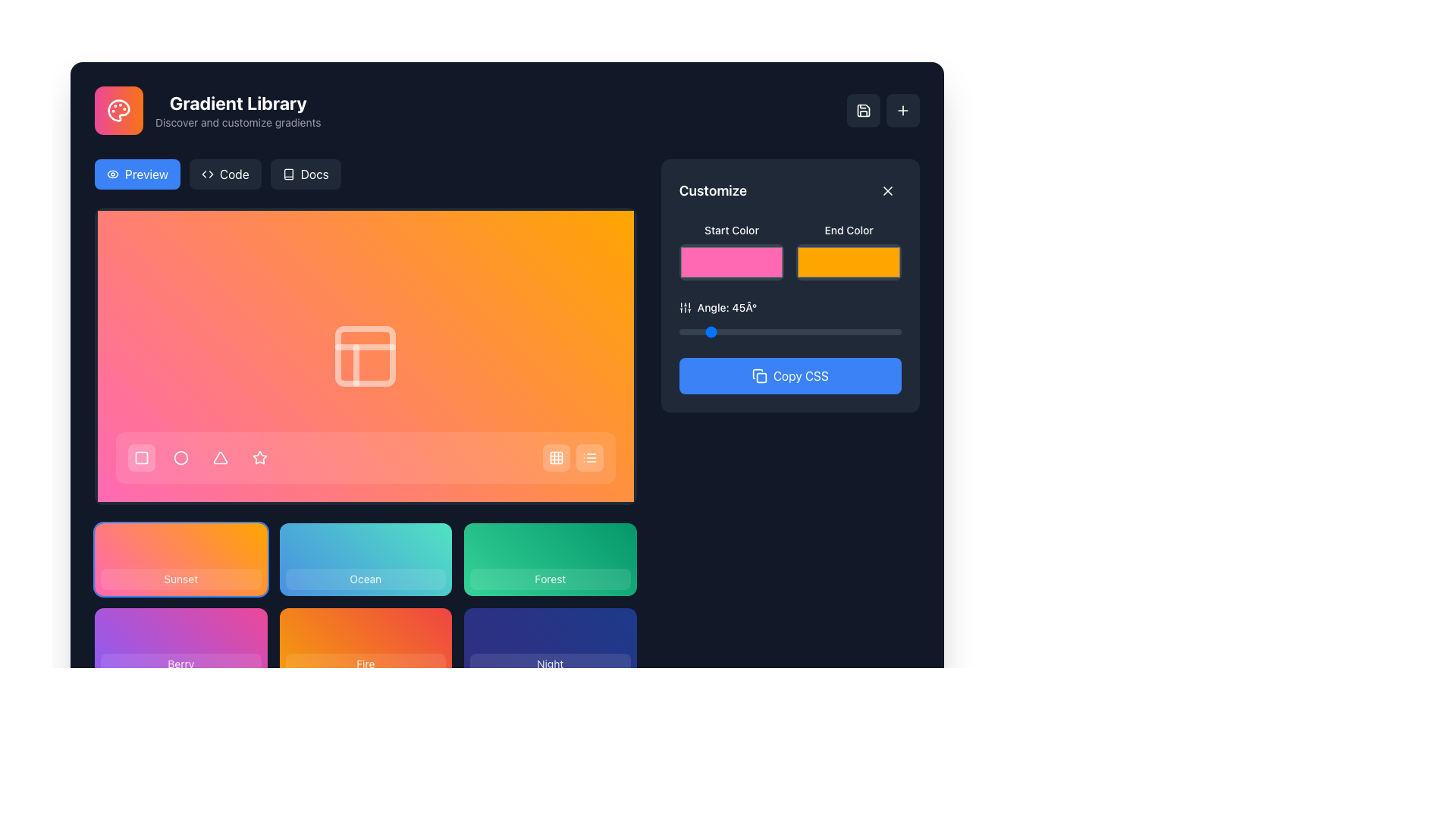 Image resolution: width=1456 pixels, height=819 pixels. Describe the element at coordinates (865, 331) in the screenshot. I see `the angle` at that location.